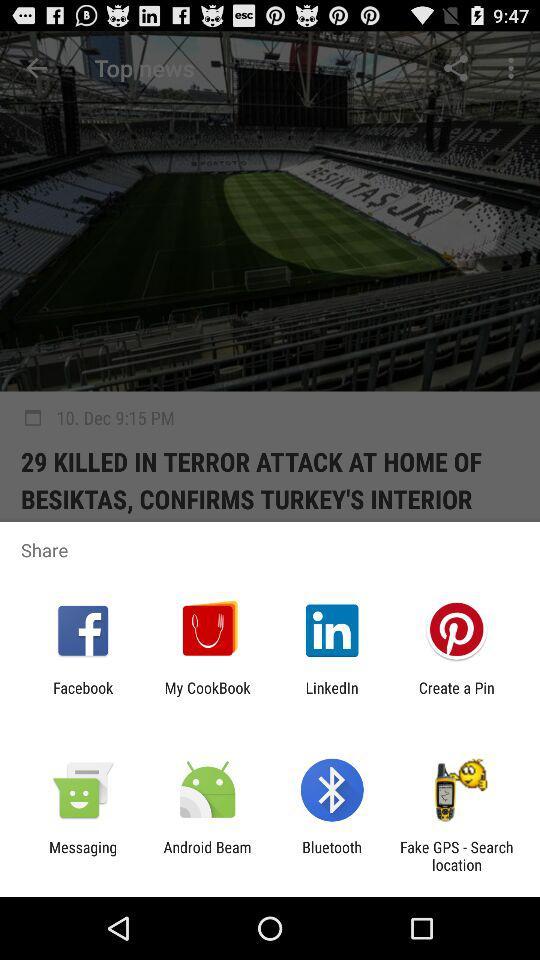  I want to click on the my cookbook app, so click(206, 696).